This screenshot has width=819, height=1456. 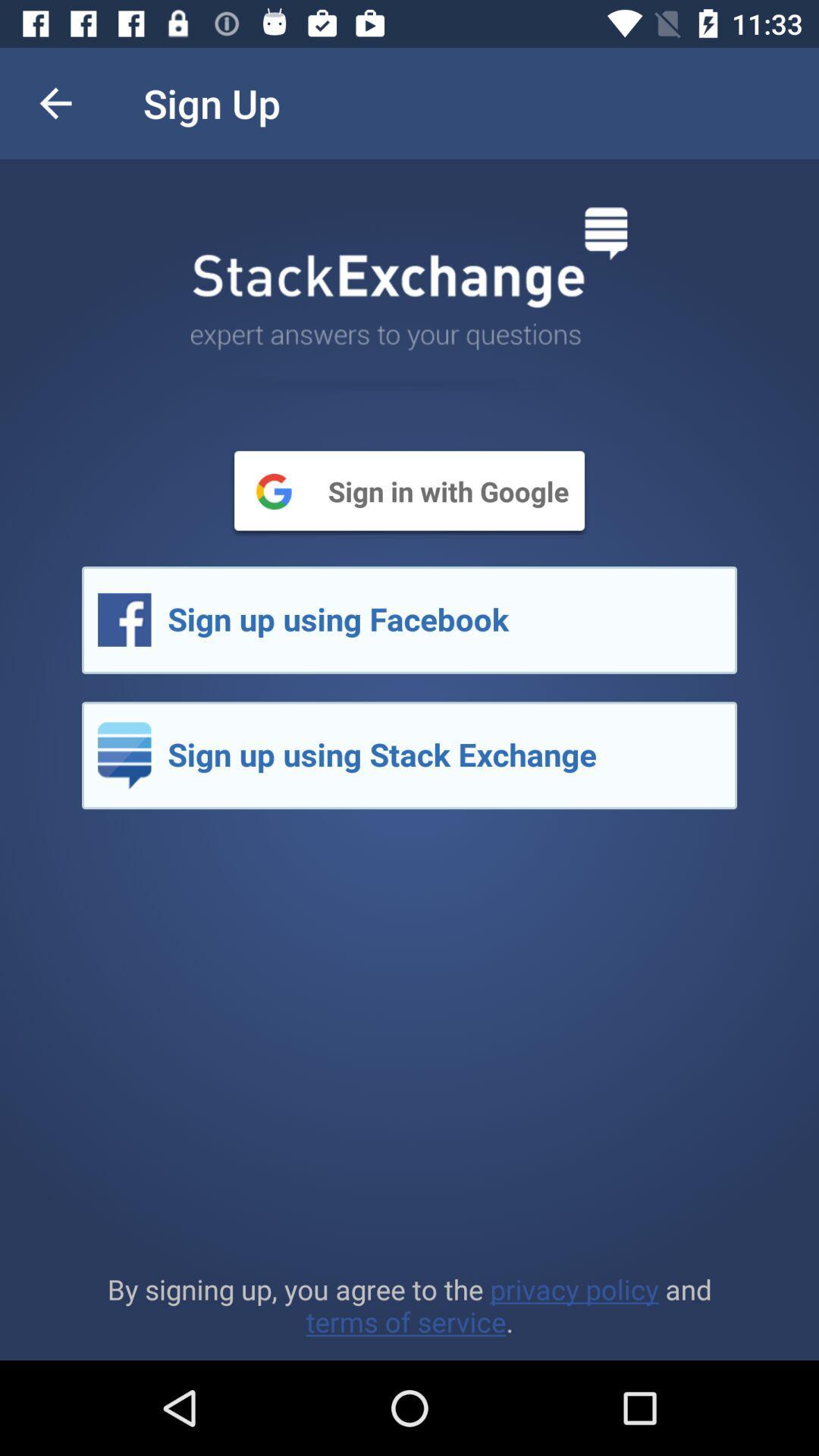 What do you see at coordinates (409, 755) in the screenshot?
I see `sign up using stack exchange` at bounding box center [409, 755].